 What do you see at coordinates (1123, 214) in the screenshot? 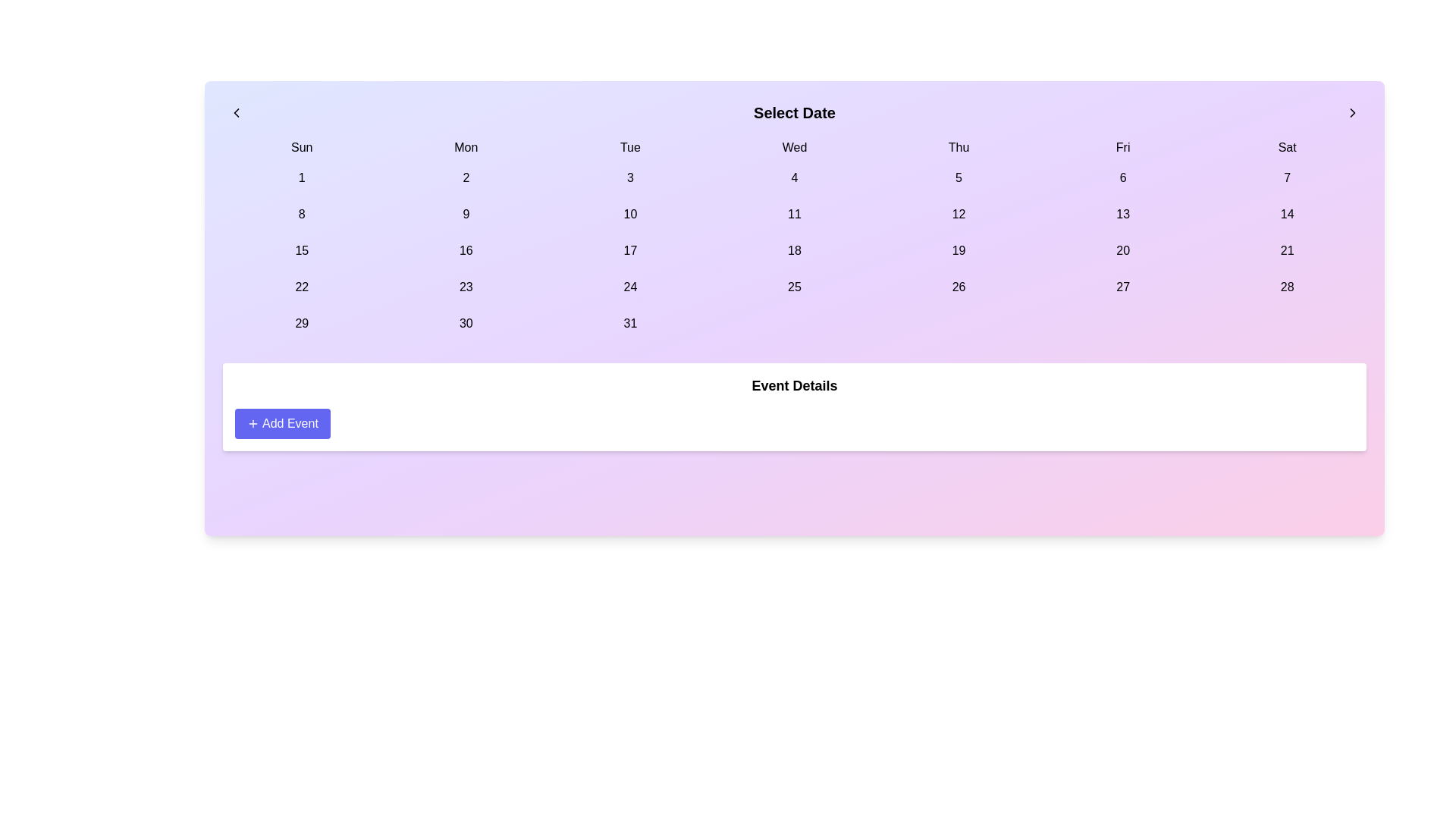
I see `the button labeled '13', which is a rounded rectangular box located under the header 'Fri' in the fourth row and sixth column of the calendar layout` at bounding box center [1123, 214].